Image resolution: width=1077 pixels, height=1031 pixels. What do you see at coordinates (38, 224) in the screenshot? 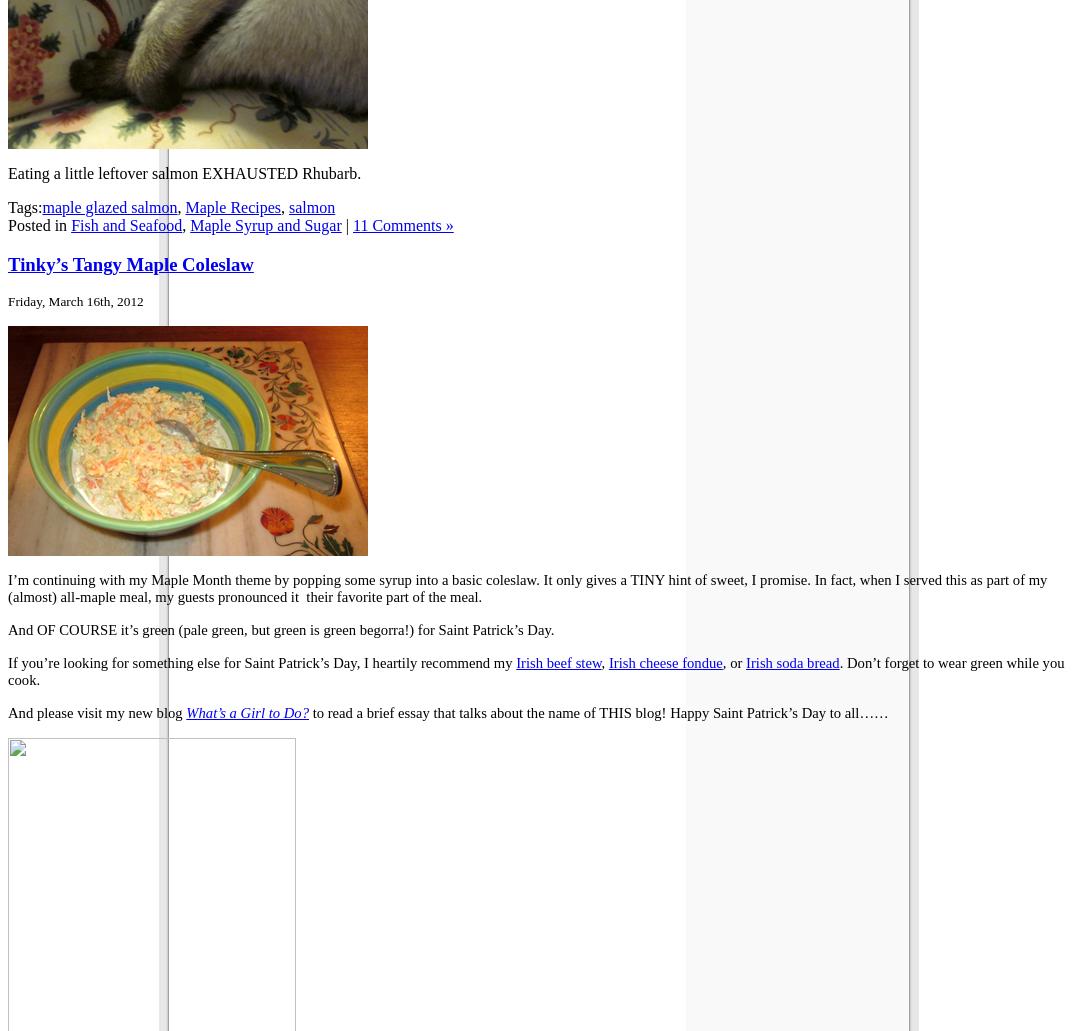
I see `'Posted in'` at bounding box center [38, 224].